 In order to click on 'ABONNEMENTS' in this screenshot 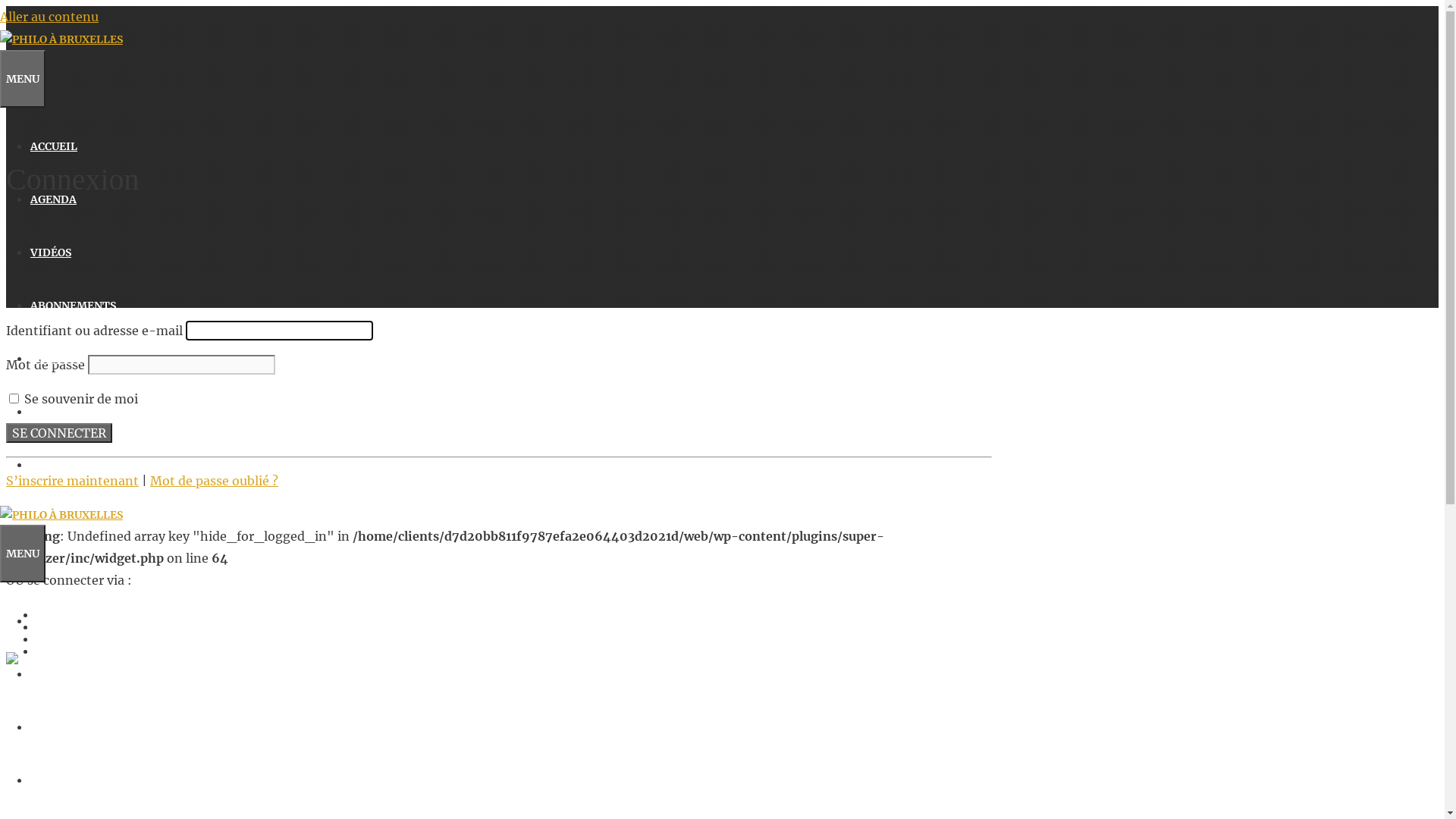, I will do `click(30, 780)`.